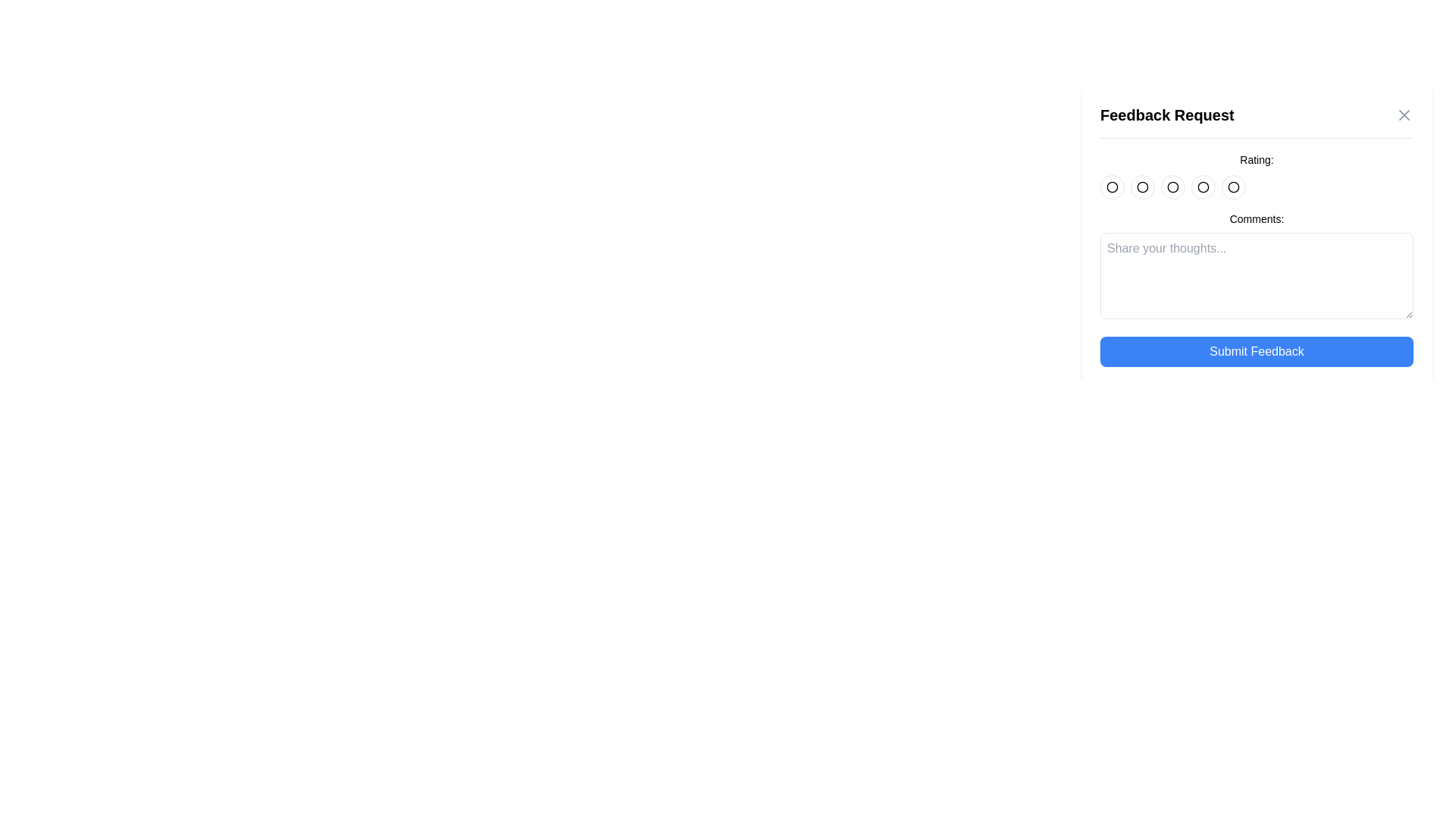 This screenshot has height=819, width=1456. I want to click on the fourth radio button styled as an icon in the feedback rating interface, so click(1234, 186).